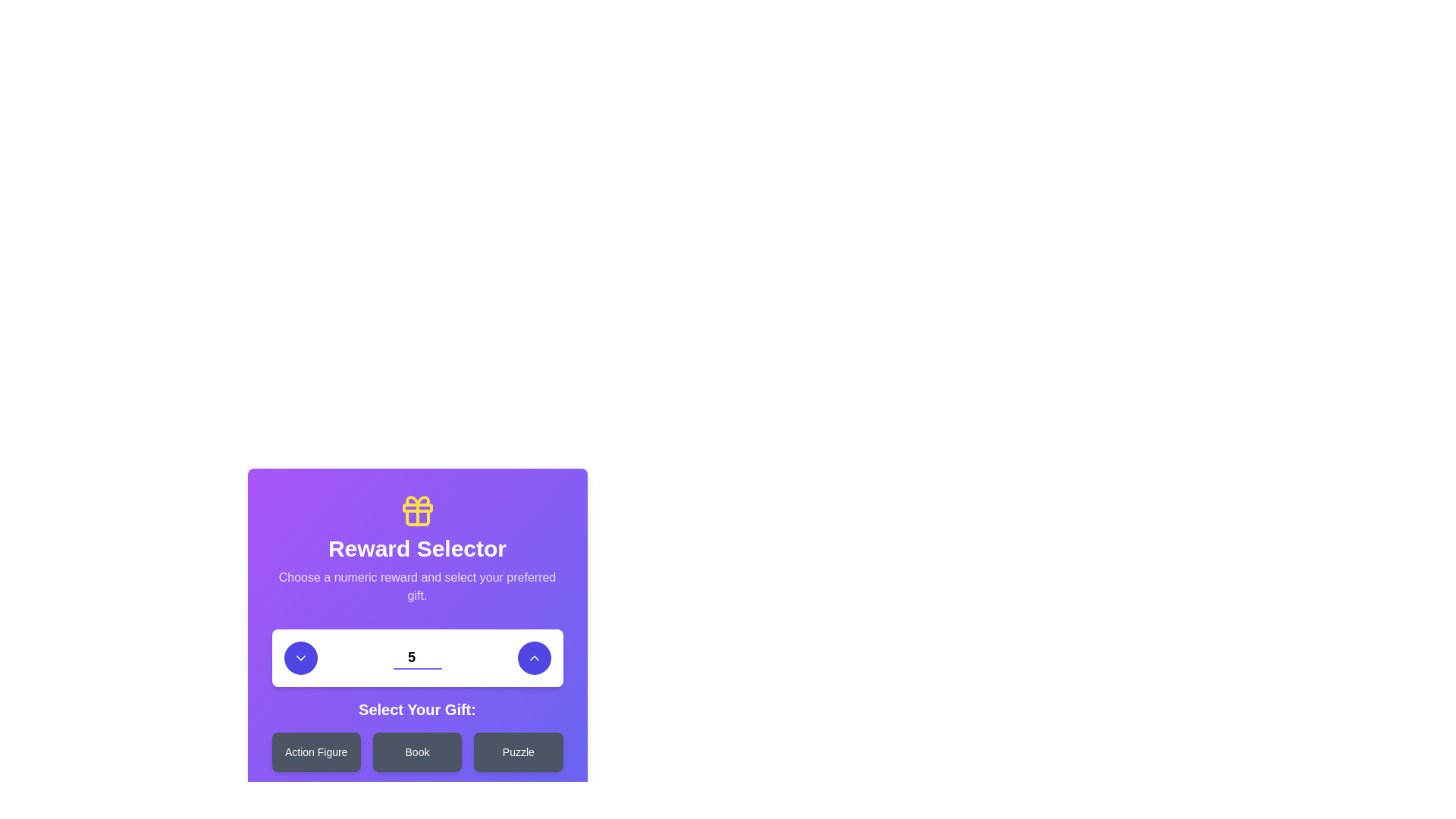  I want to click on the circular button with a purple background and a white upward-chevron icon located on the right side of the numeric input field labeled '5', so click(534, 657).